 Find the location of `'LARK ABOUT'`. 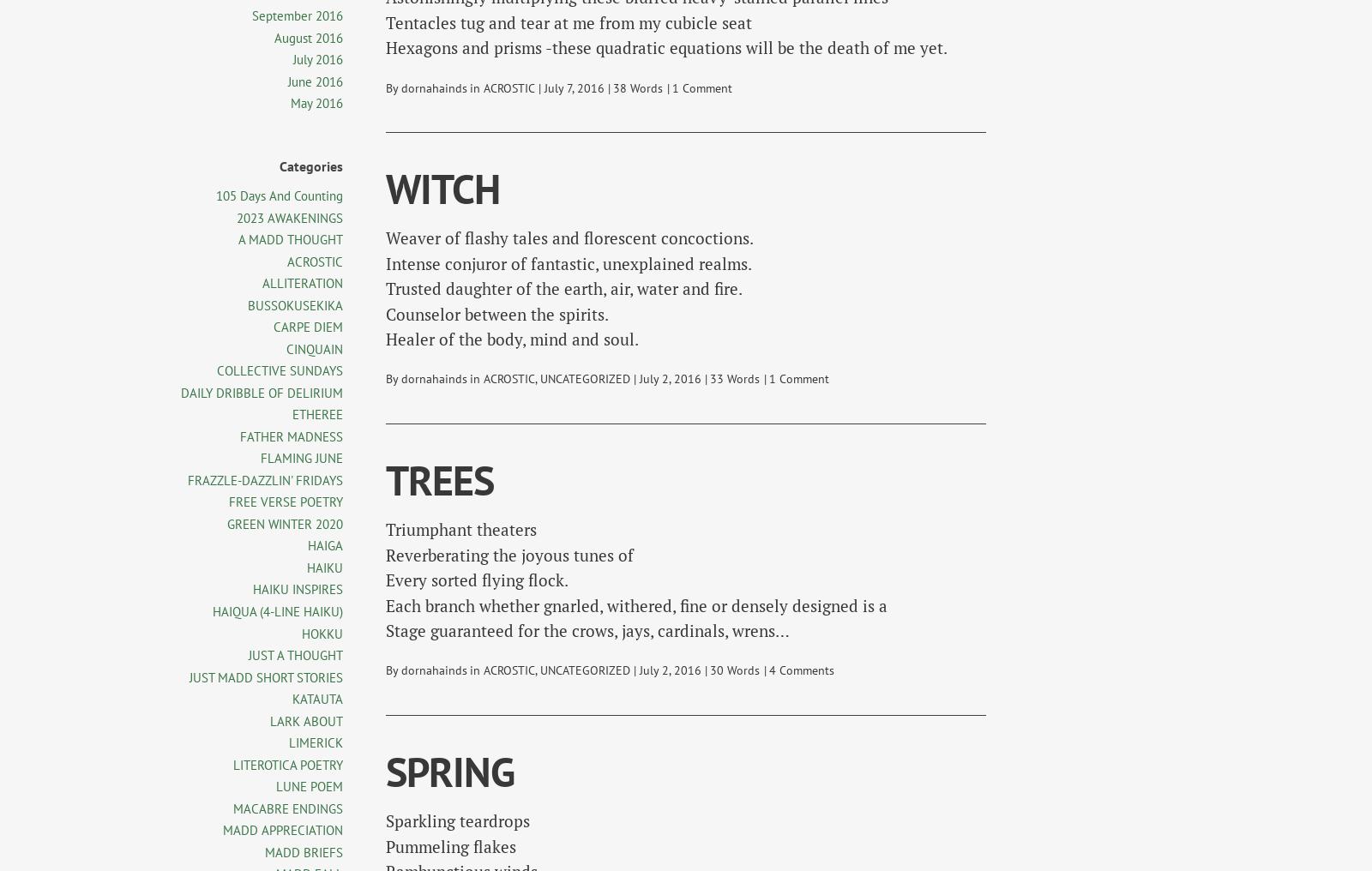

'LARK ABOUT' is located at coordinates (270, 720).